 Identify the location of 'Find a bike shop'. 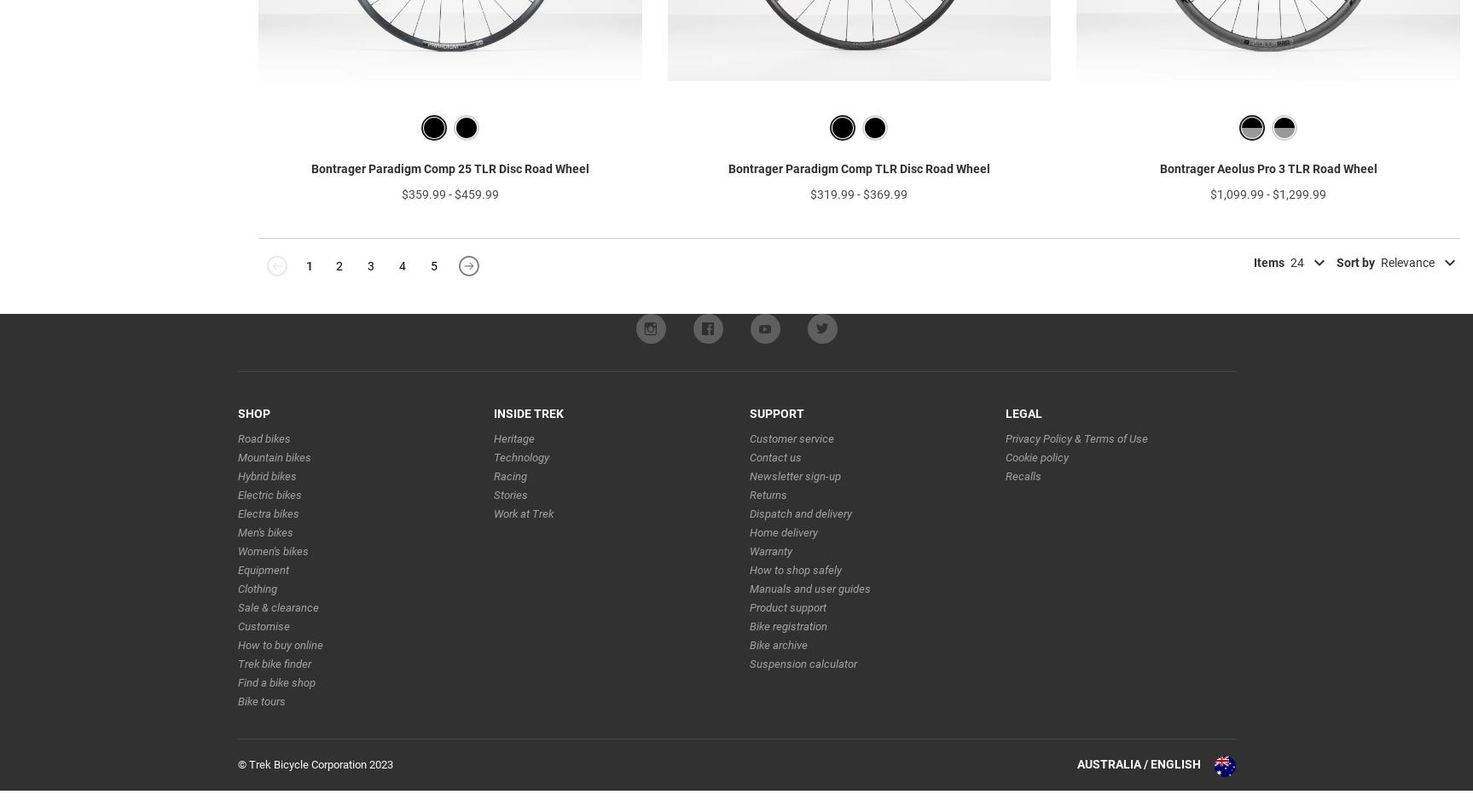
(275, 708).